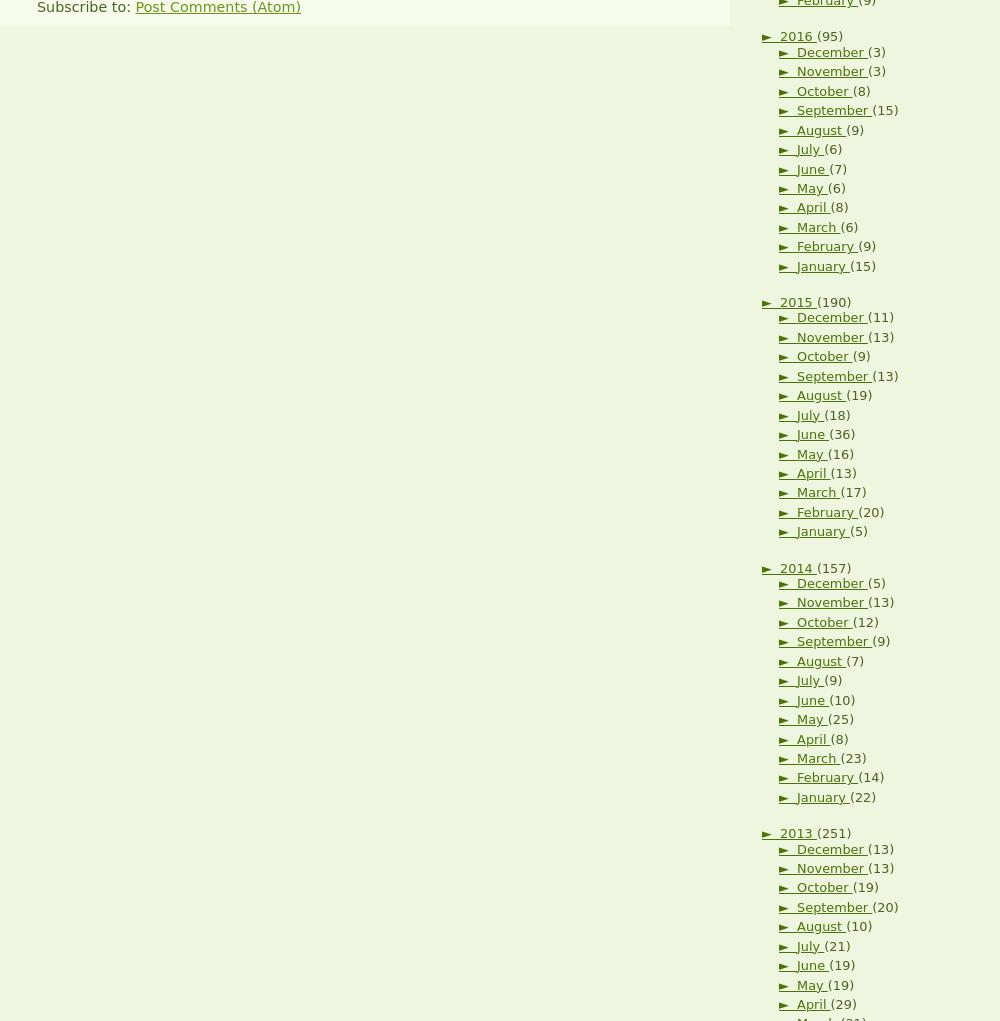 The height and width of the screenshot is (1021, 1000). Describe the element at coordinates (852, 757) in the screenshot. I see `'(23)'` at that location.